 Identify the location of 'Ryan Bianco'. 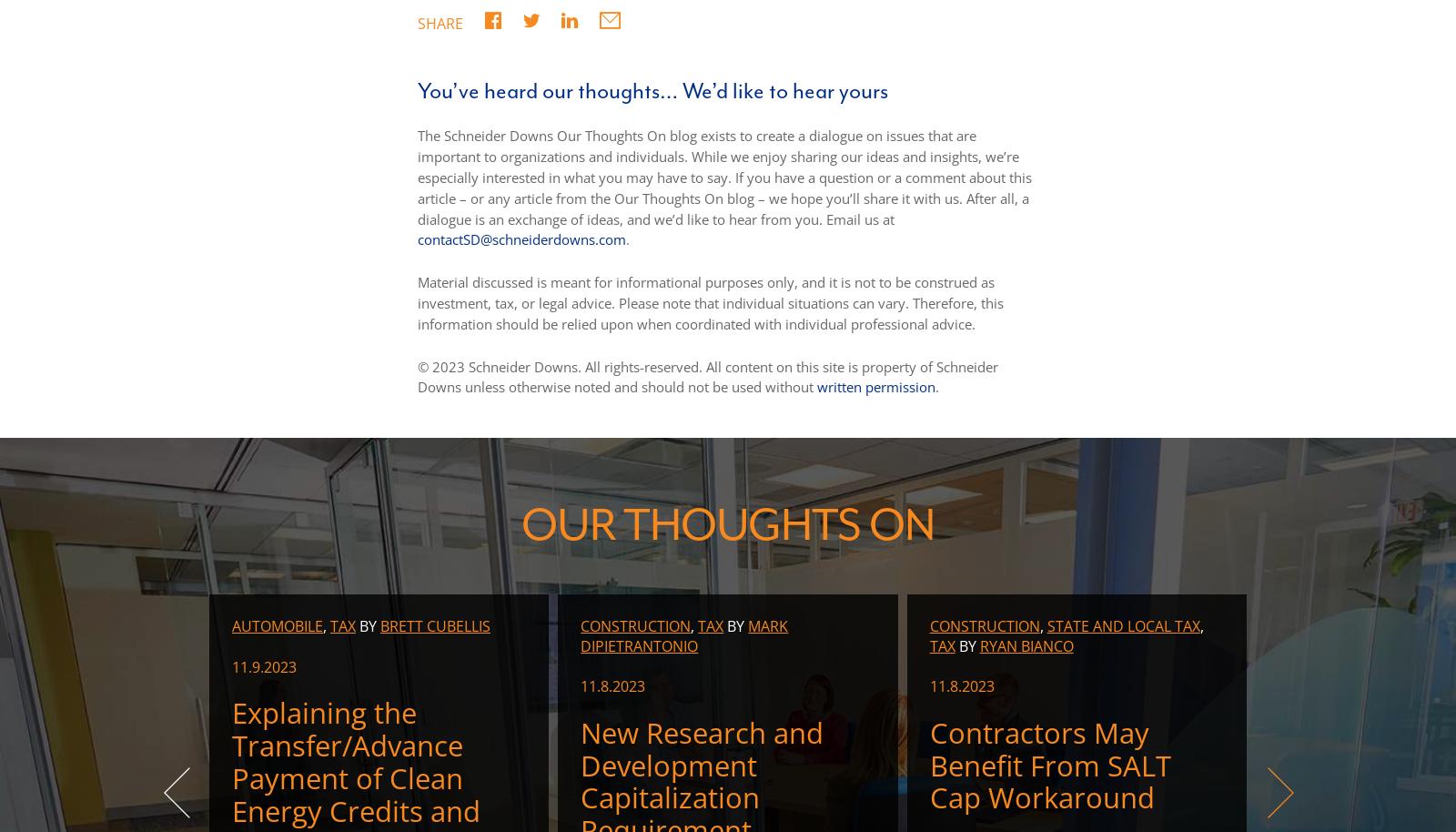
(1026, 644).